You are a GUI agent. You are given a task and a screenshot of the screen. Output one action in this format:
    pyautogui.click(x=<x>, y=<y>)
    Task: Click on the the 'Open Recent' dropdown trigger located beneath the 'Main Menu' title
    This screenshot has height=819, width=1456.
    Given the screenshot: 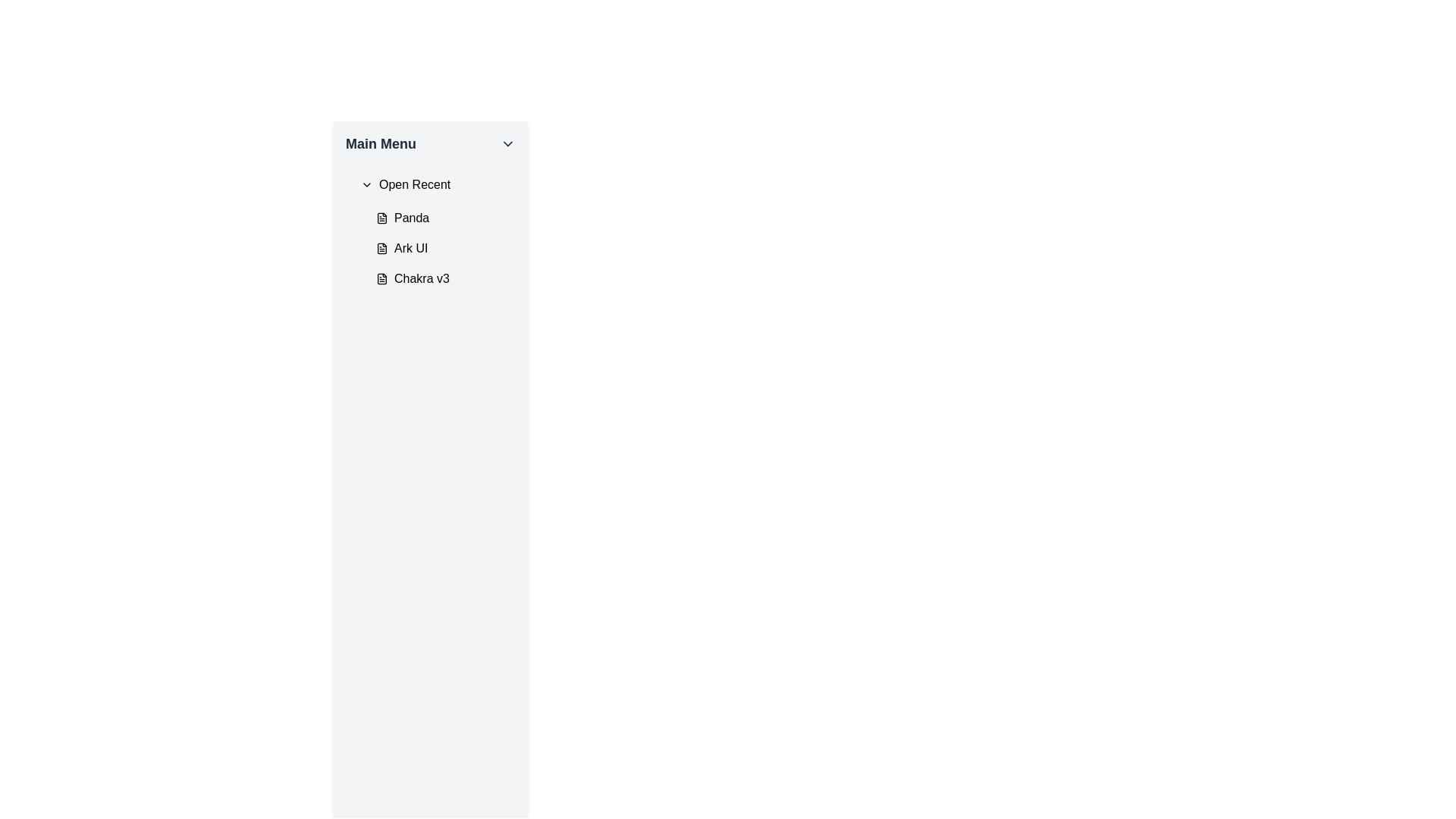 What is the action you would take?
    pyautogui.click(x=439, y=184)
    